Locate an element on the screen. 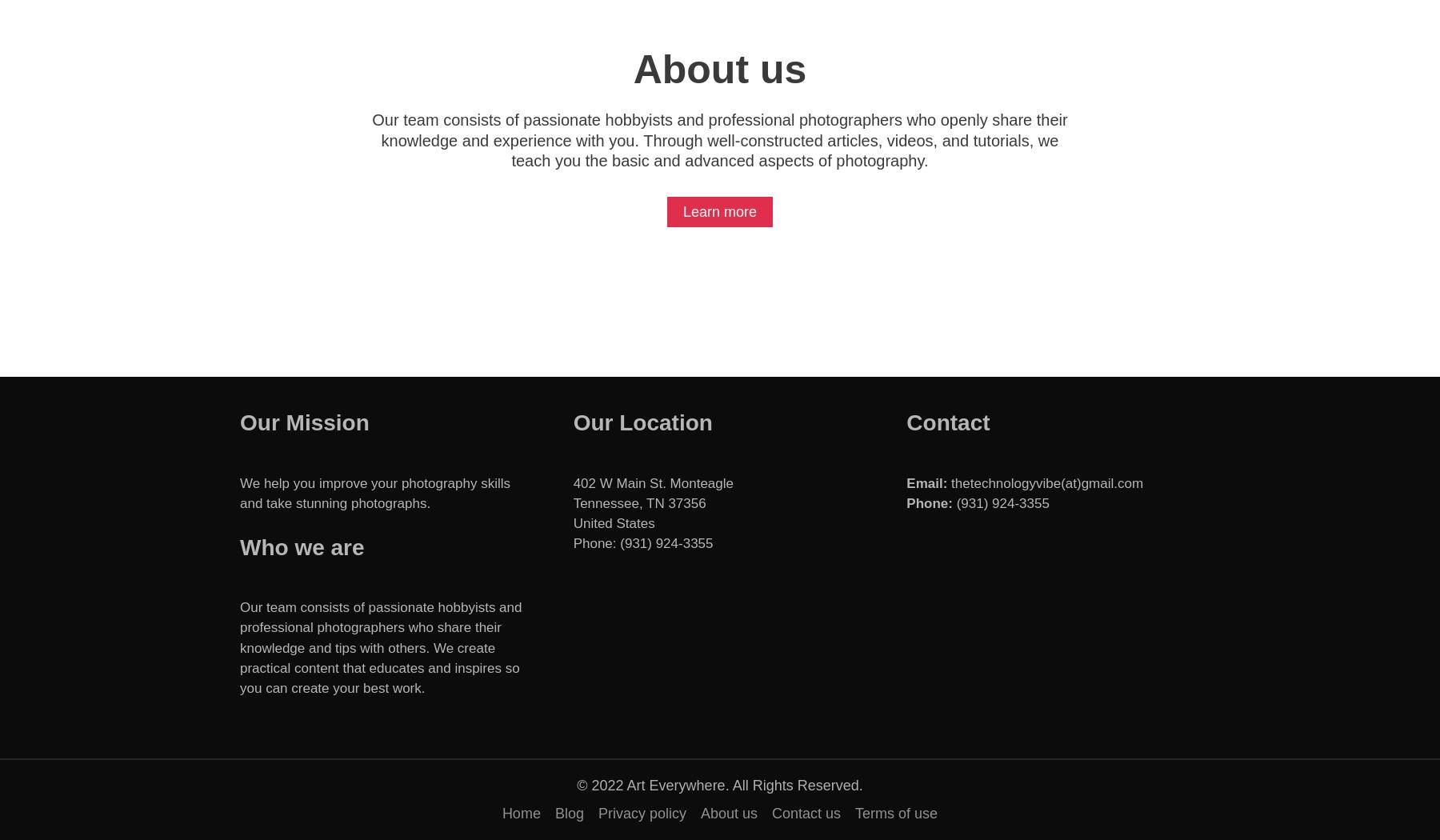  'Our team consists of passionate hobbyists and professional photographers who openly share their knowledge and experience with you. Through well-constructed articles, videos, and tutorials, we teach you the basic and advanced aspects of photography.' is located at coordinates (370, 140).